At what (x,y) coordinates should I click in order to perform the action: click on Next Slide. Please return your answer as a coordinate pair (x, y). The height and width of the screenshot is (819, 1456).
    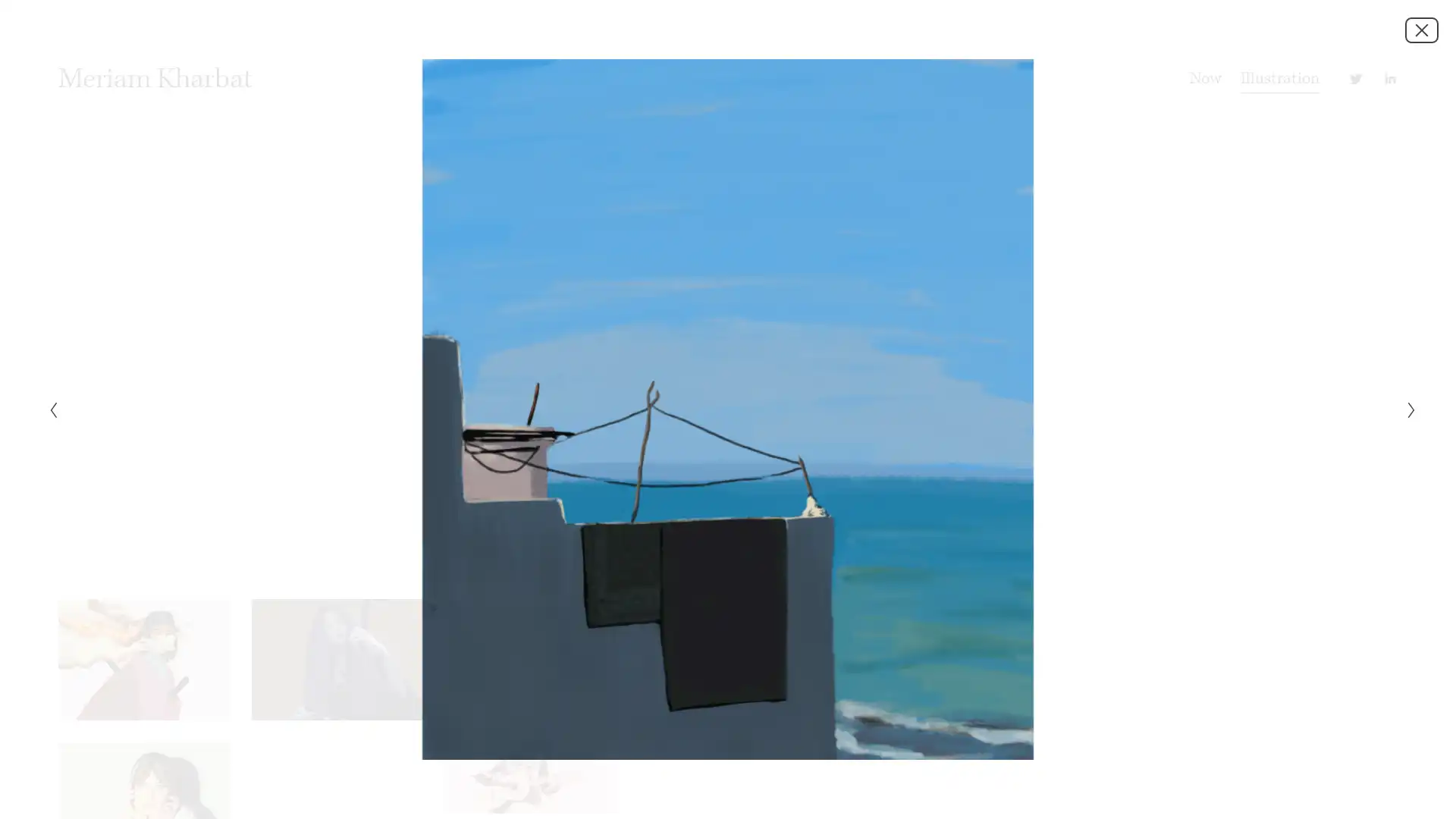
    Looking at the image, I should click on (1406, 409).